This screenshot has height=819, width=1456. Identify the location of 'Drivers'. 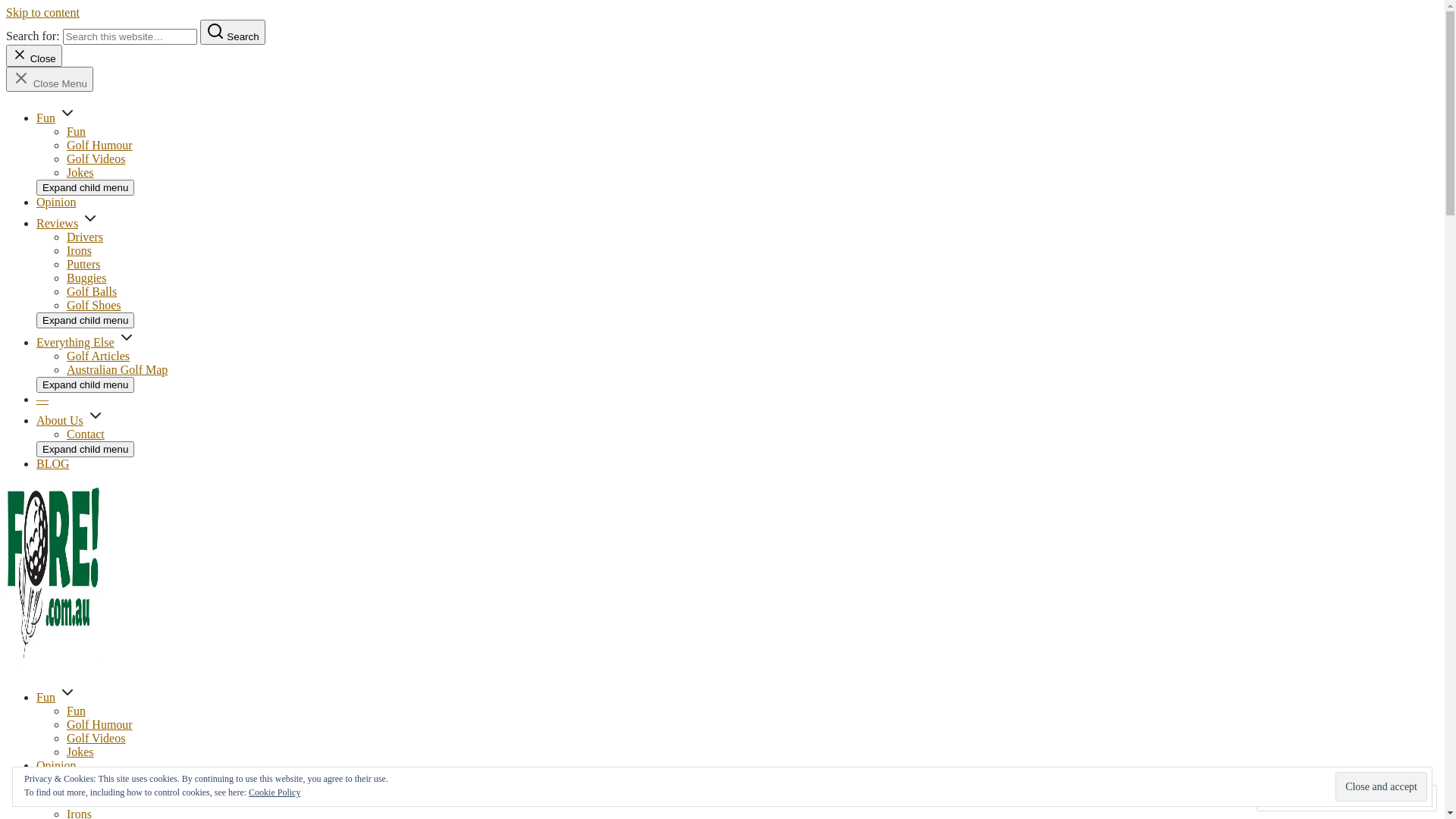
(83, 237).